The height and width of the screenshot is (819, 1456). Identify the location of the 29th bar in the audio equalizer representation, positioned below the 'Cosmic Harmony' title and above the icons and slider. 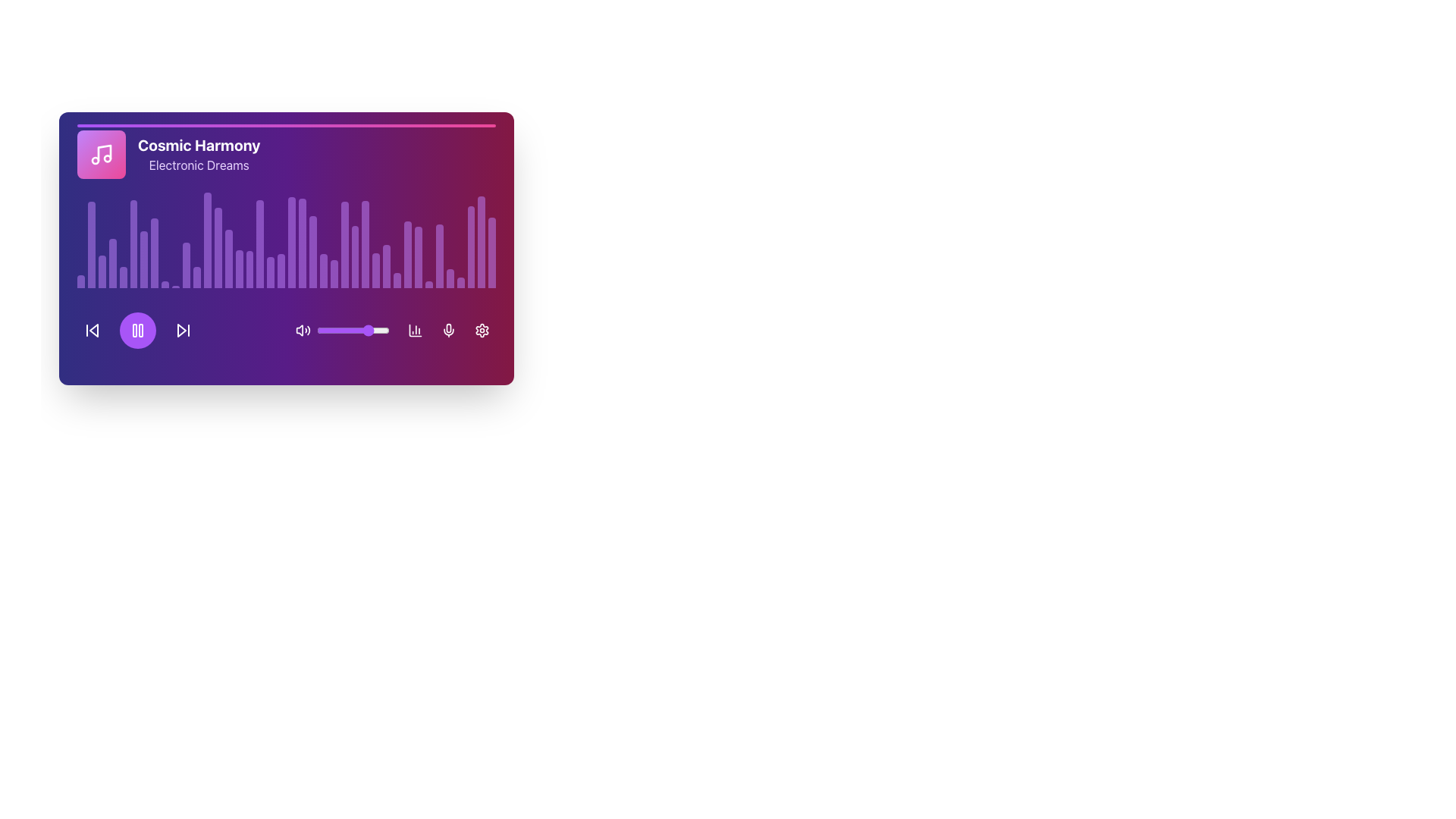
(387, 265).